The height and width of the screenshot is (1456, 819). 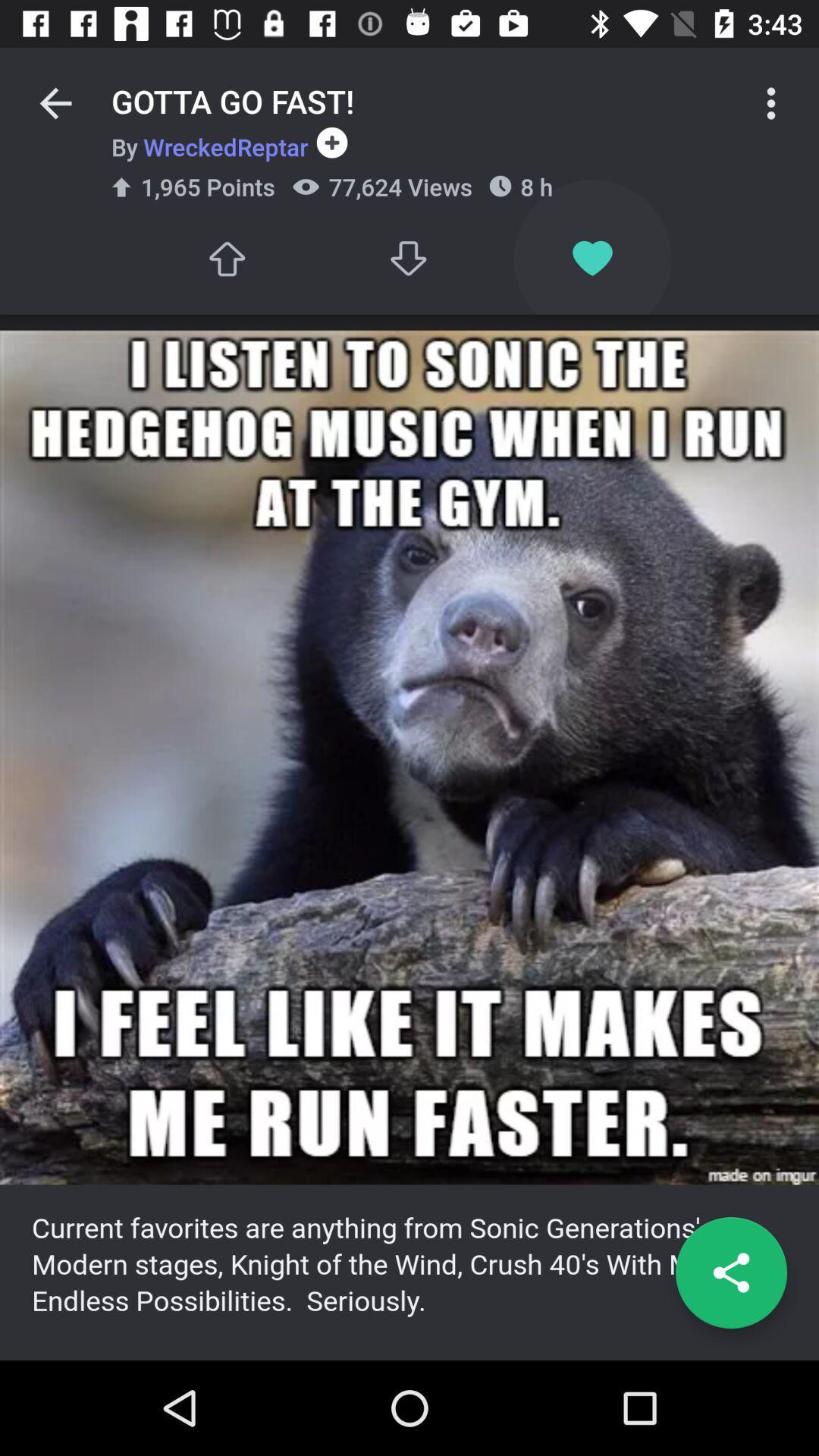 I want to click on down vote, so click(x=409, y=259).